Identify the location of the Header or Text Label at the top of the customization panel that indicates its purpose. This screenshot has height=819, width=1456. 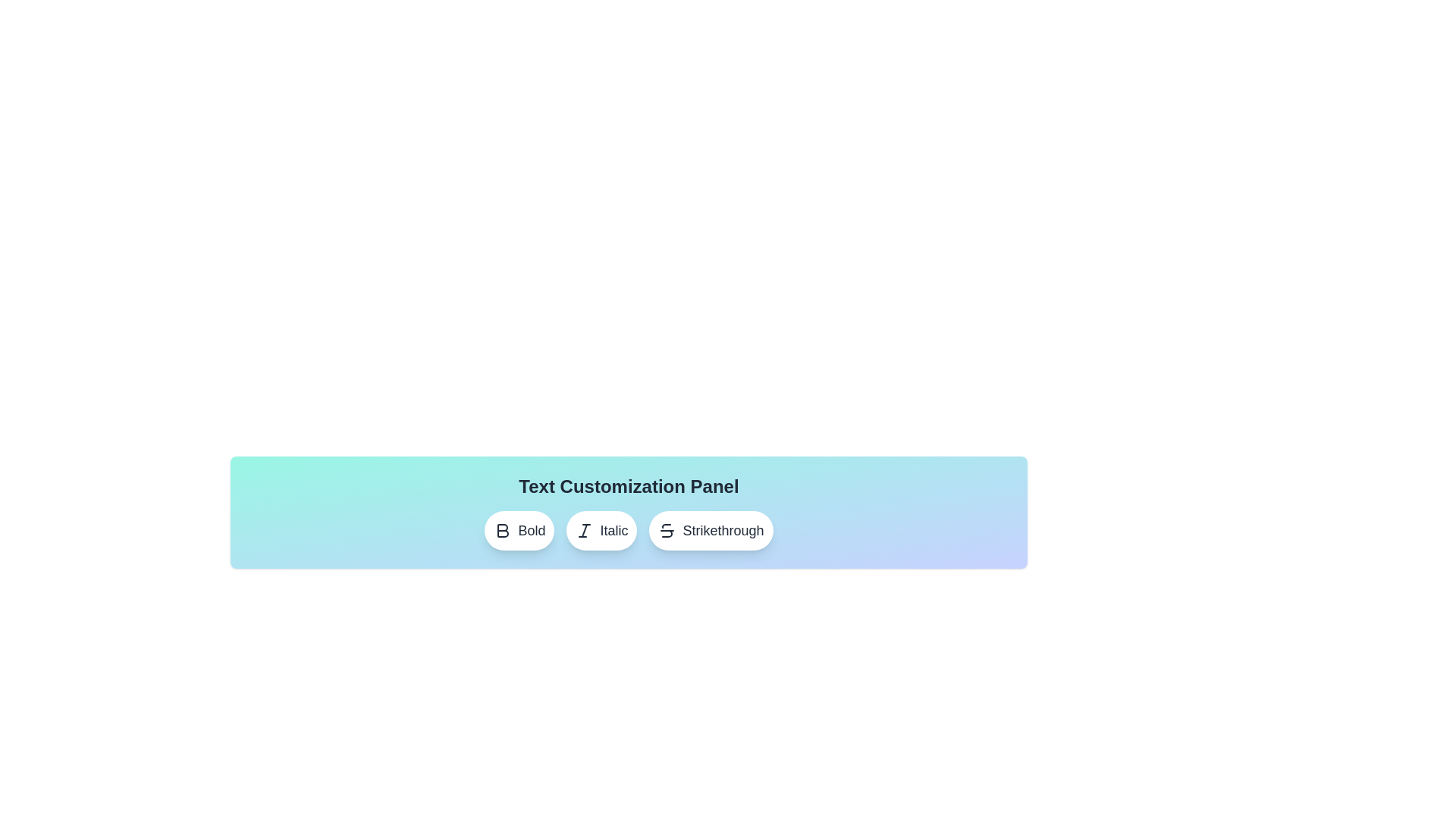
(629, 486).